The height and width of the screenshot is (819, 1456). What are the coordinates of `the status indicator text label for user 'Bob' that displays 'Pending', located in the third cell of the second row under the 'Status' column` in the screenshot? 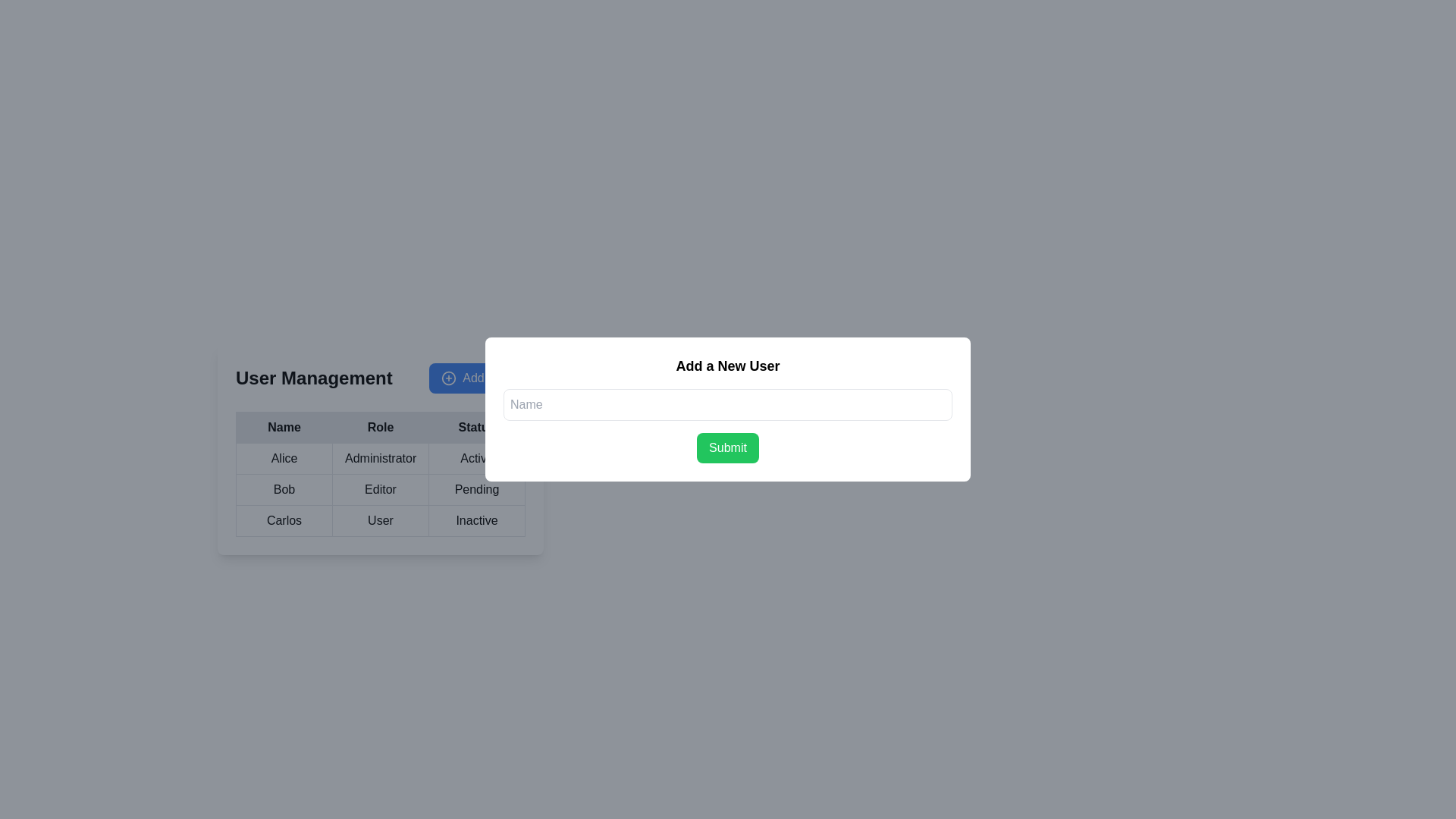 It's located at (475, 489).